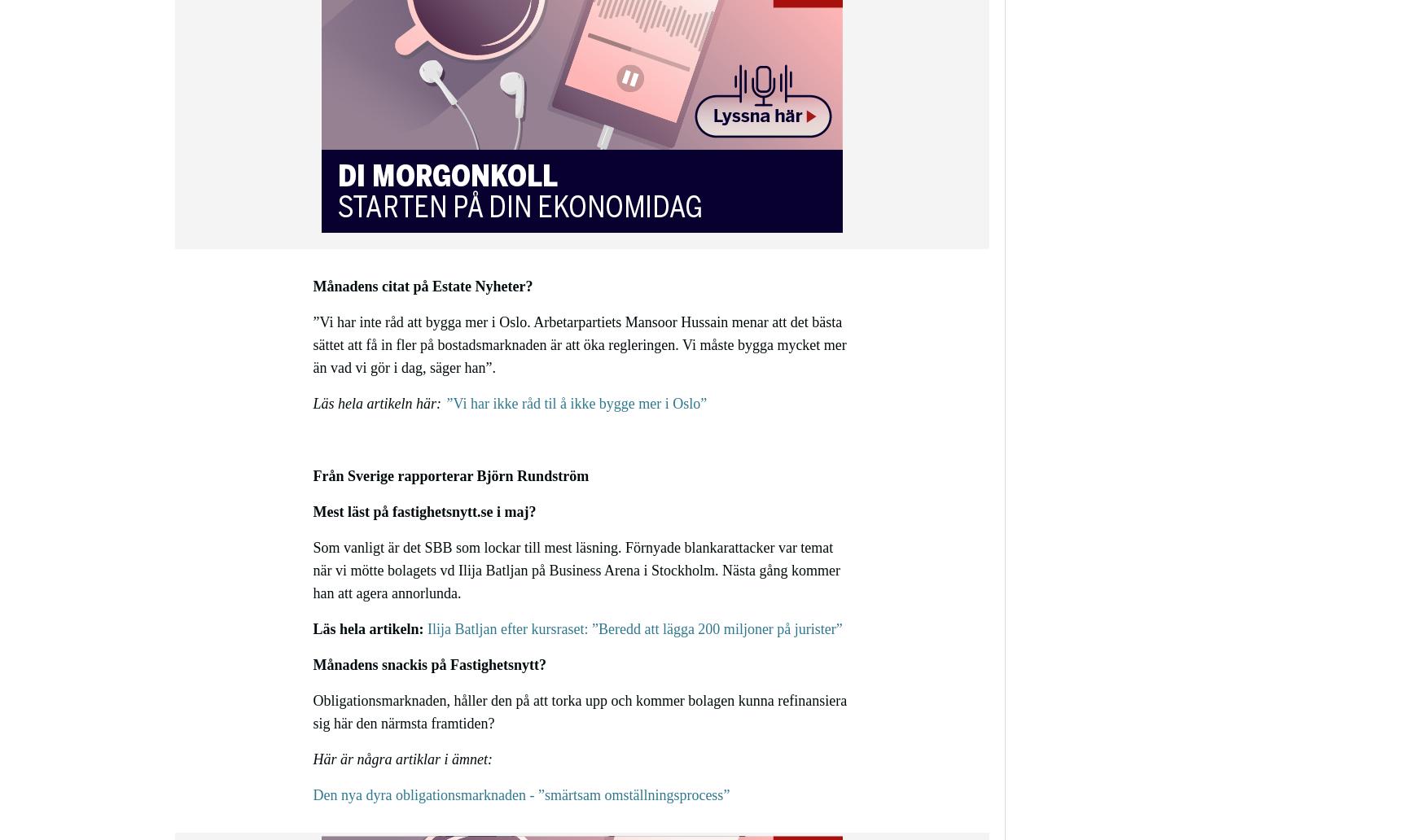 This screenshot has width=1425, height=840. What do you see at coordinates (580, 712) in the screenshot?
I see `'Obligationsmarknaden, håller den på att torka upp och kommer bolagen kunna refinansiera sig här den närmsta framtiden?'` at bounding box center [580, 712].